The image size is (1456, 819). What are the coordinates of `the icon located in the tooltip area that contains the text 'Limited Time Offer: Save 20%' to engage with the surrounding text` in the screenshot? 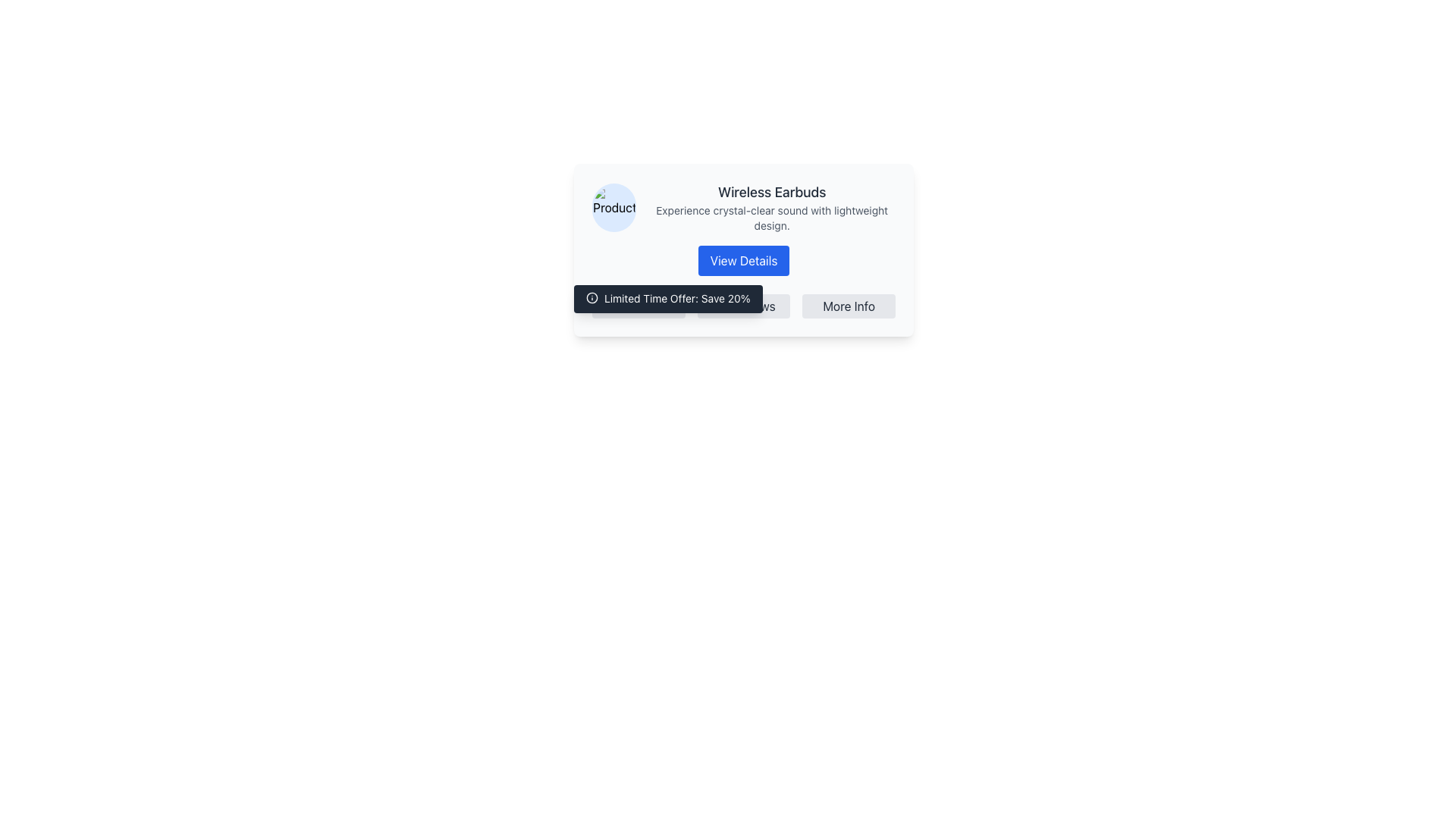 It's located at (717, 305).